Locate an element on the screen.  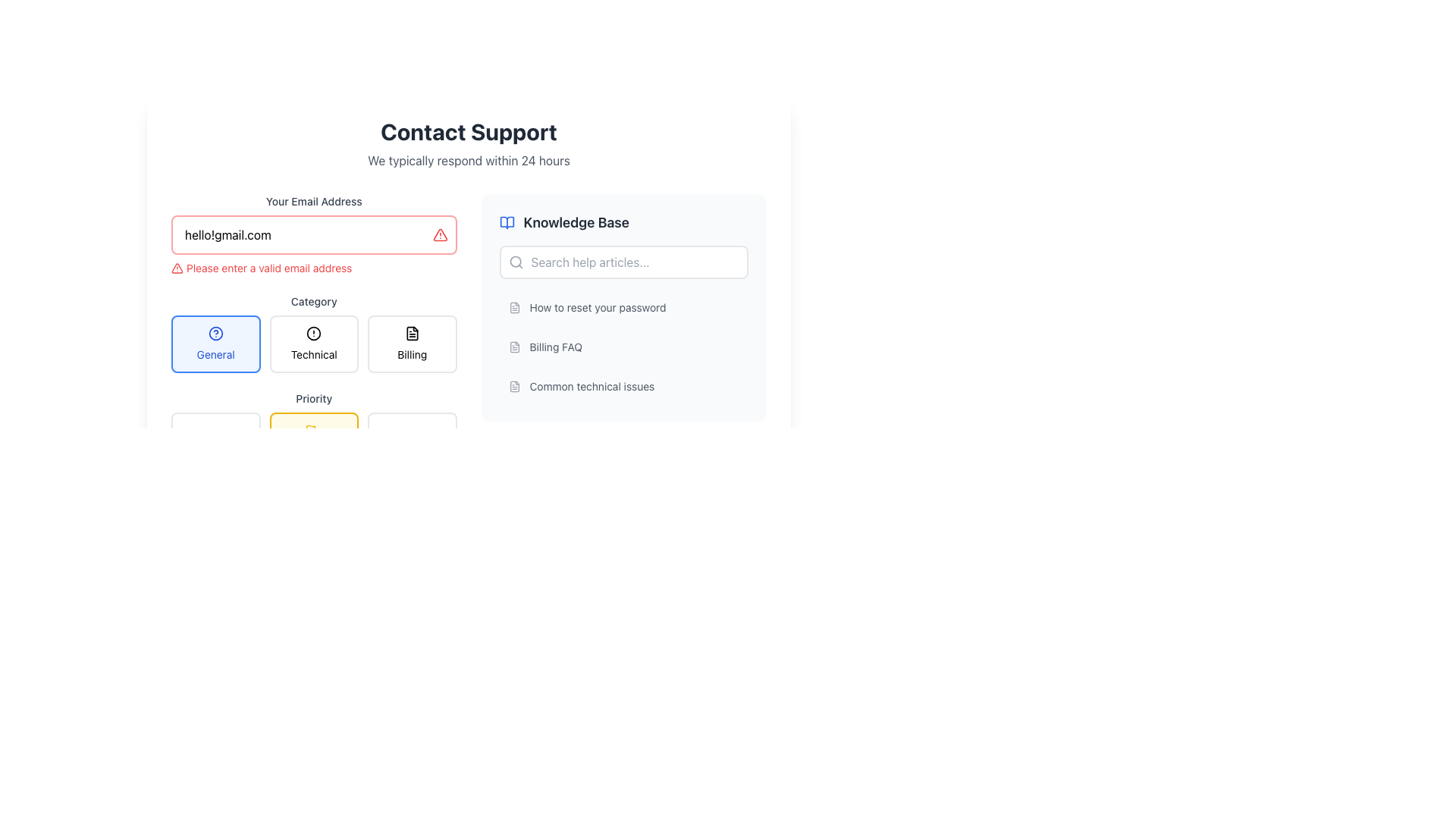
the 'Technical' category button located under the 'Category' label, positioned between 'General' and 'Billing' is located at coordinates (313, 332).